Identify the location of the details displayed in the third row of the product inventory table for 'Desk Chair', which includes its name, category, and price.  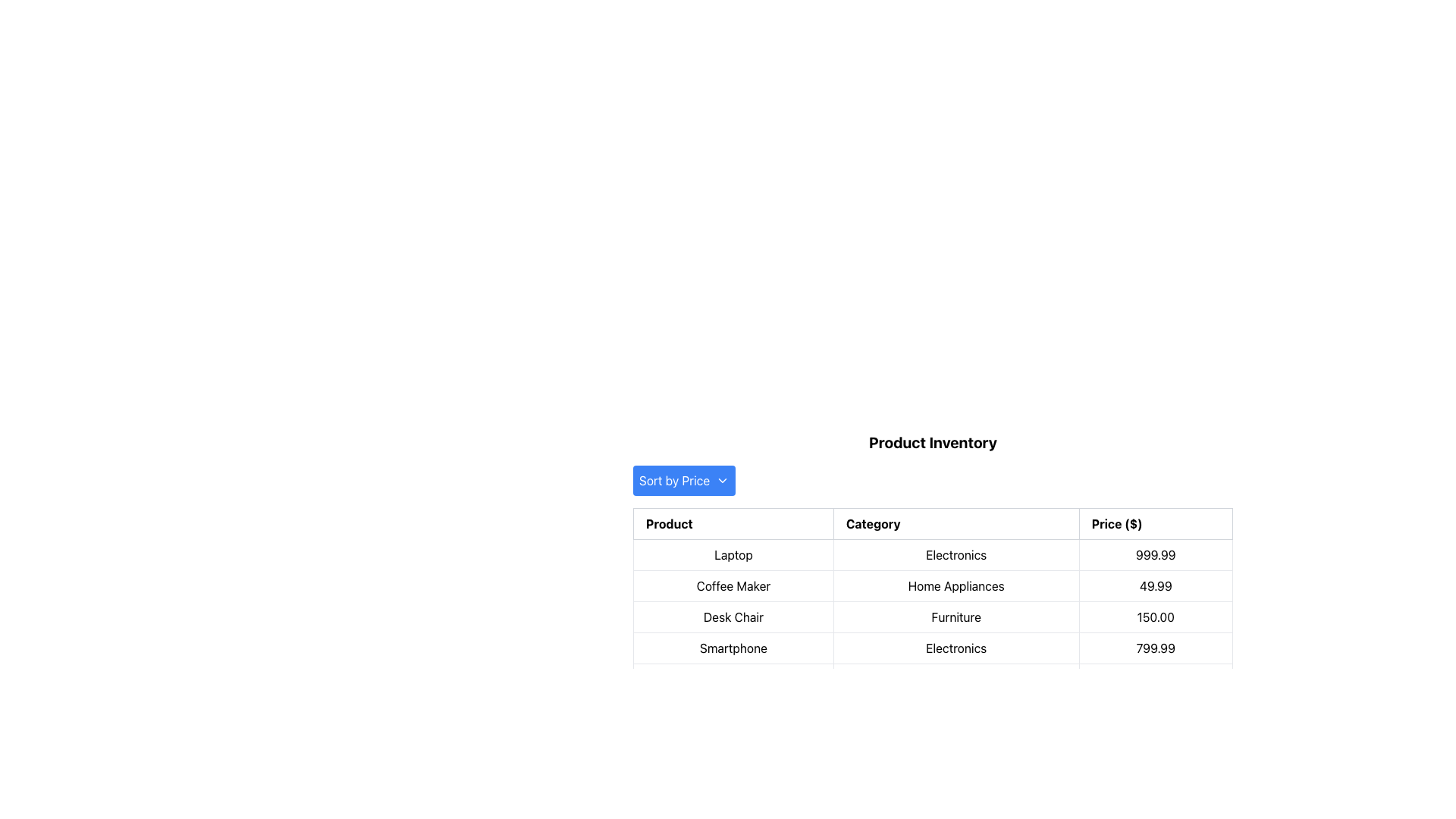
(932, 617).